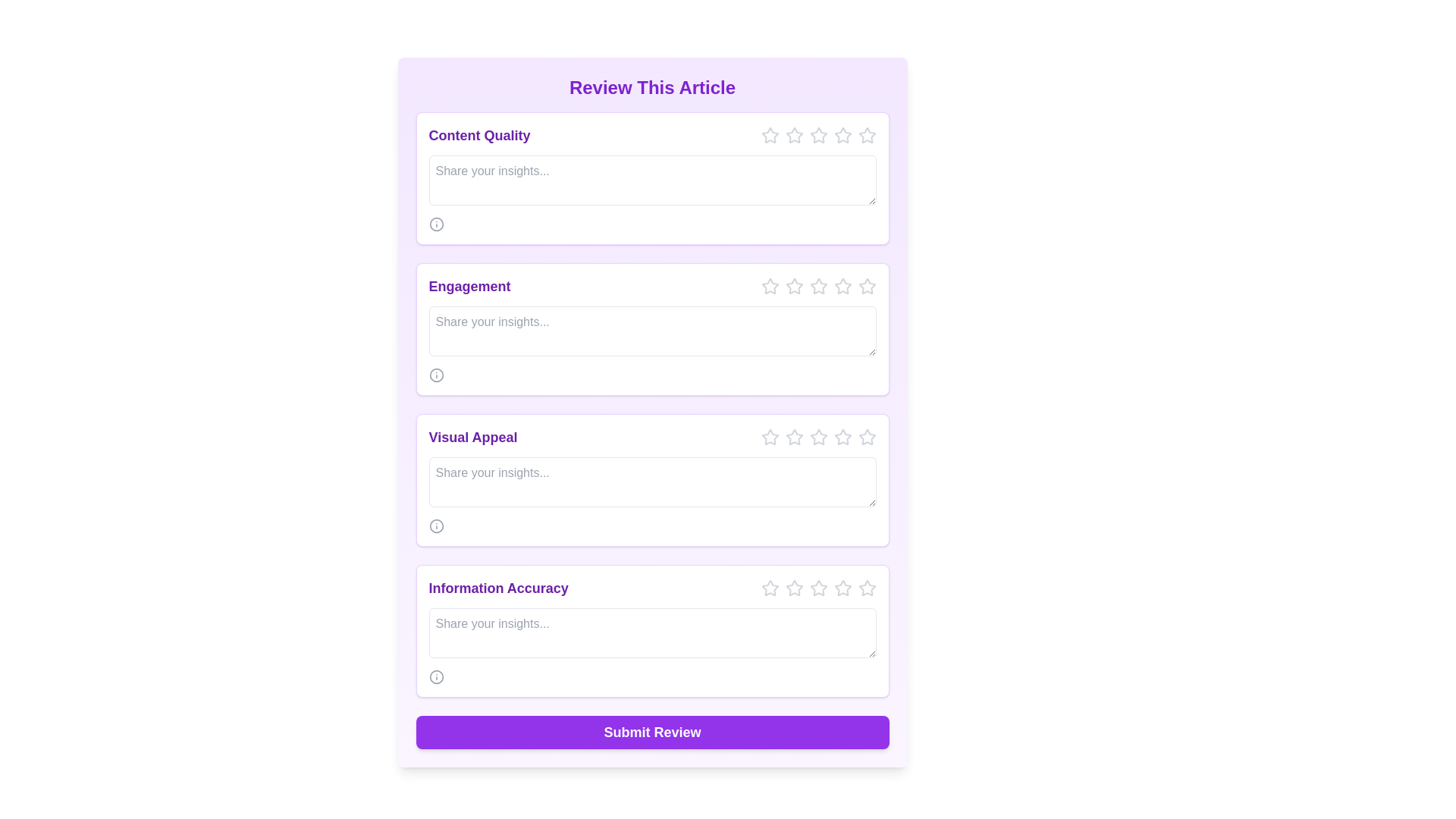  Describe the element at coordinates (817, 438) in the screenshot. I see `the third star icon in the rating row` at that location.